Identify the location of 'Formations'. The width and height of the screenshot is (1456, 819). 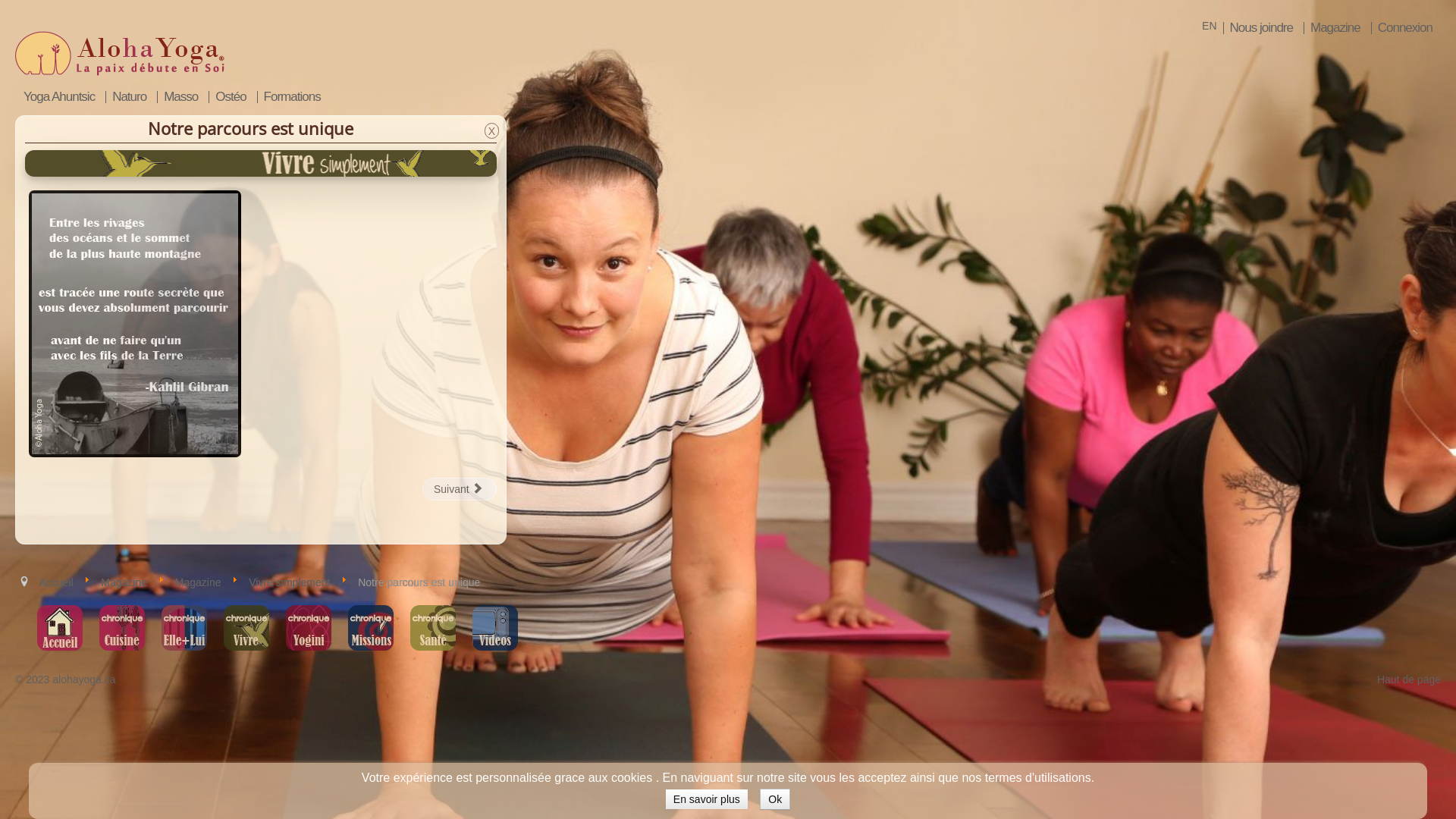
(291, 96).